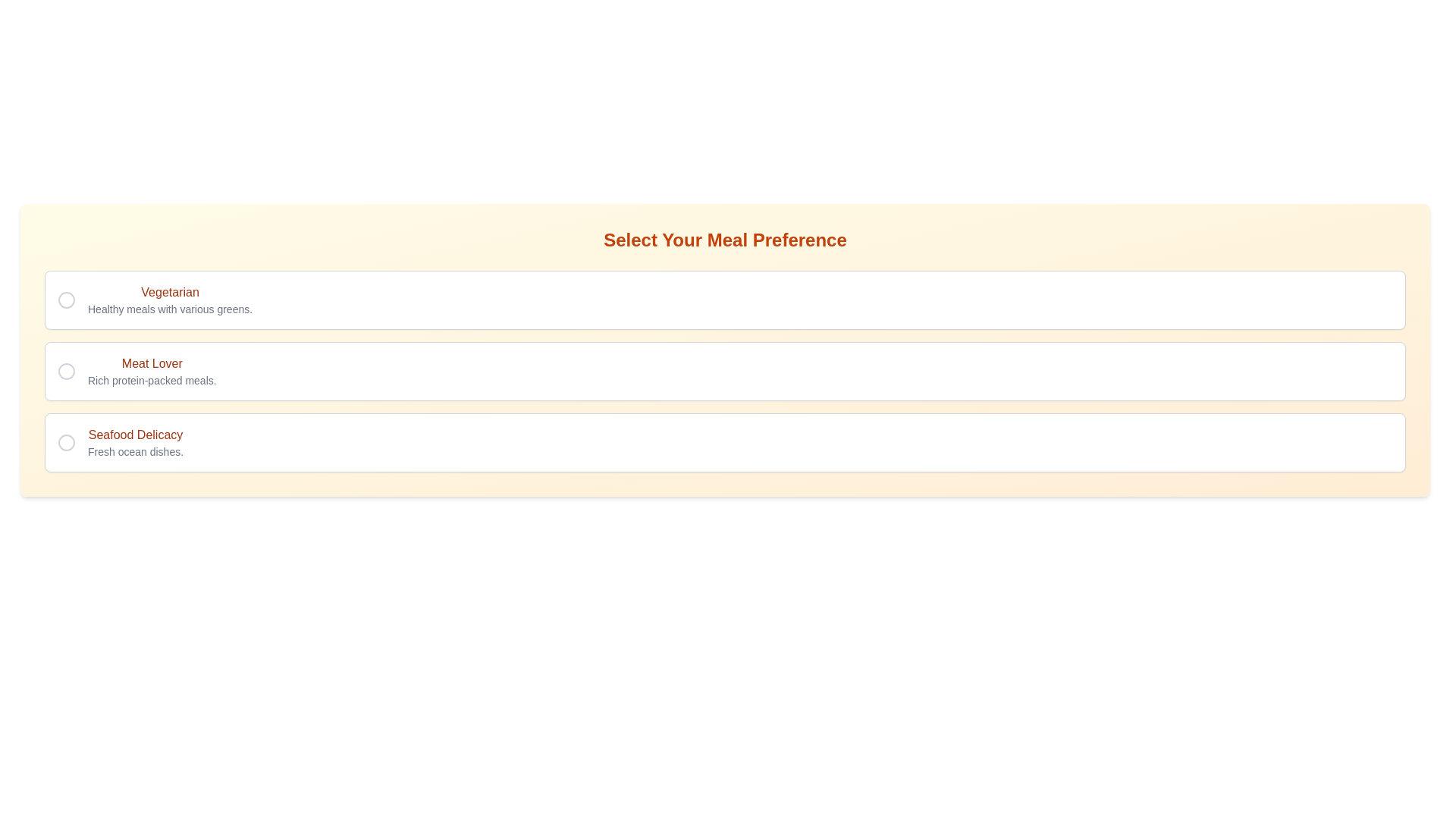 This screenshot has height=819, width=1456. What do you see at coordinates (65, 442) in the screenshot?
I see `the circular selection indicator for the 'Seafood Delicacy' meal preference option` at bounding box center [65, 442].